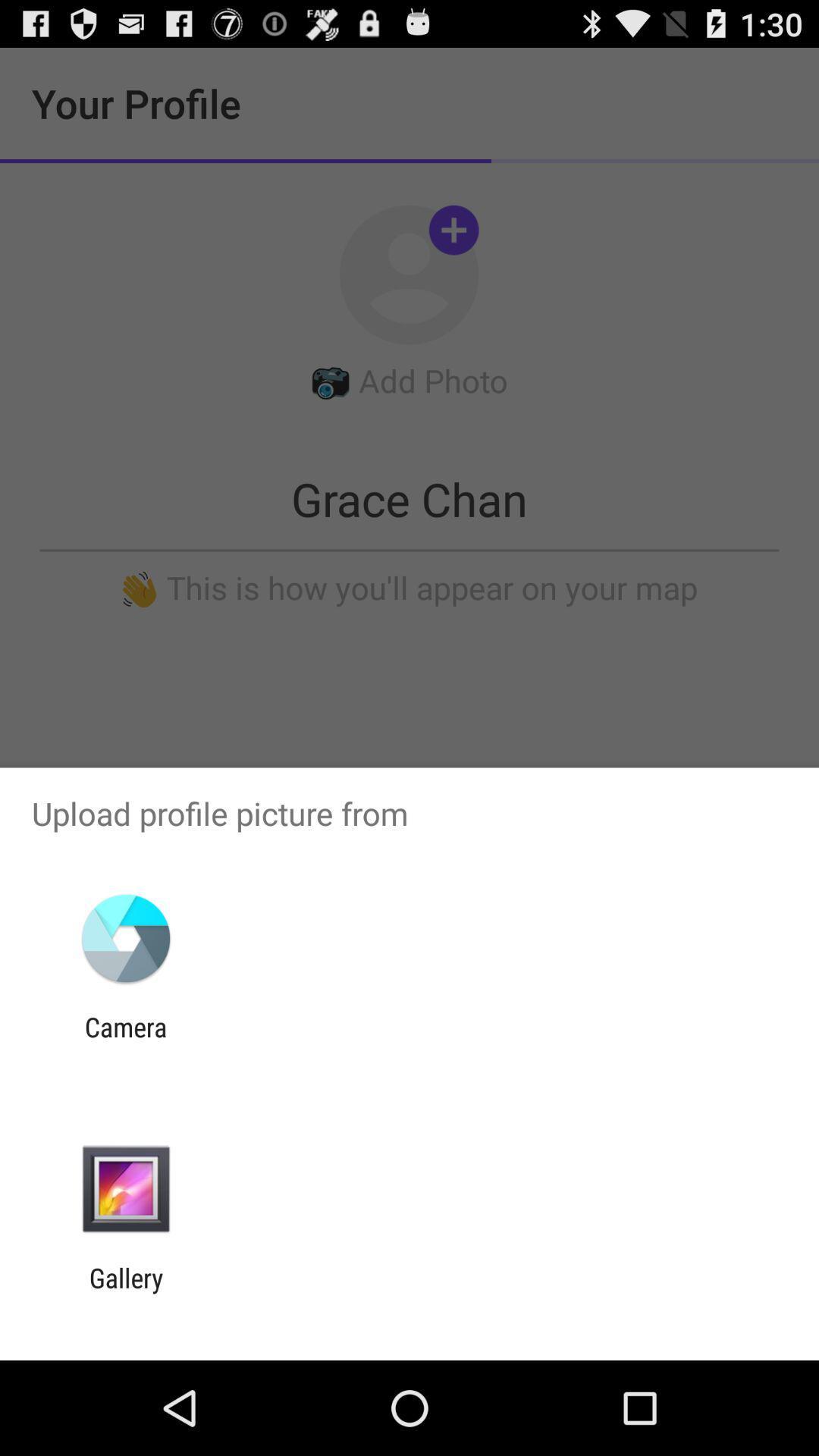 The image size is (819, 1456). What do you see at coordinates (125, 1042) in the screenshot?
I see `camera item` at bounding box center [125, 1042].